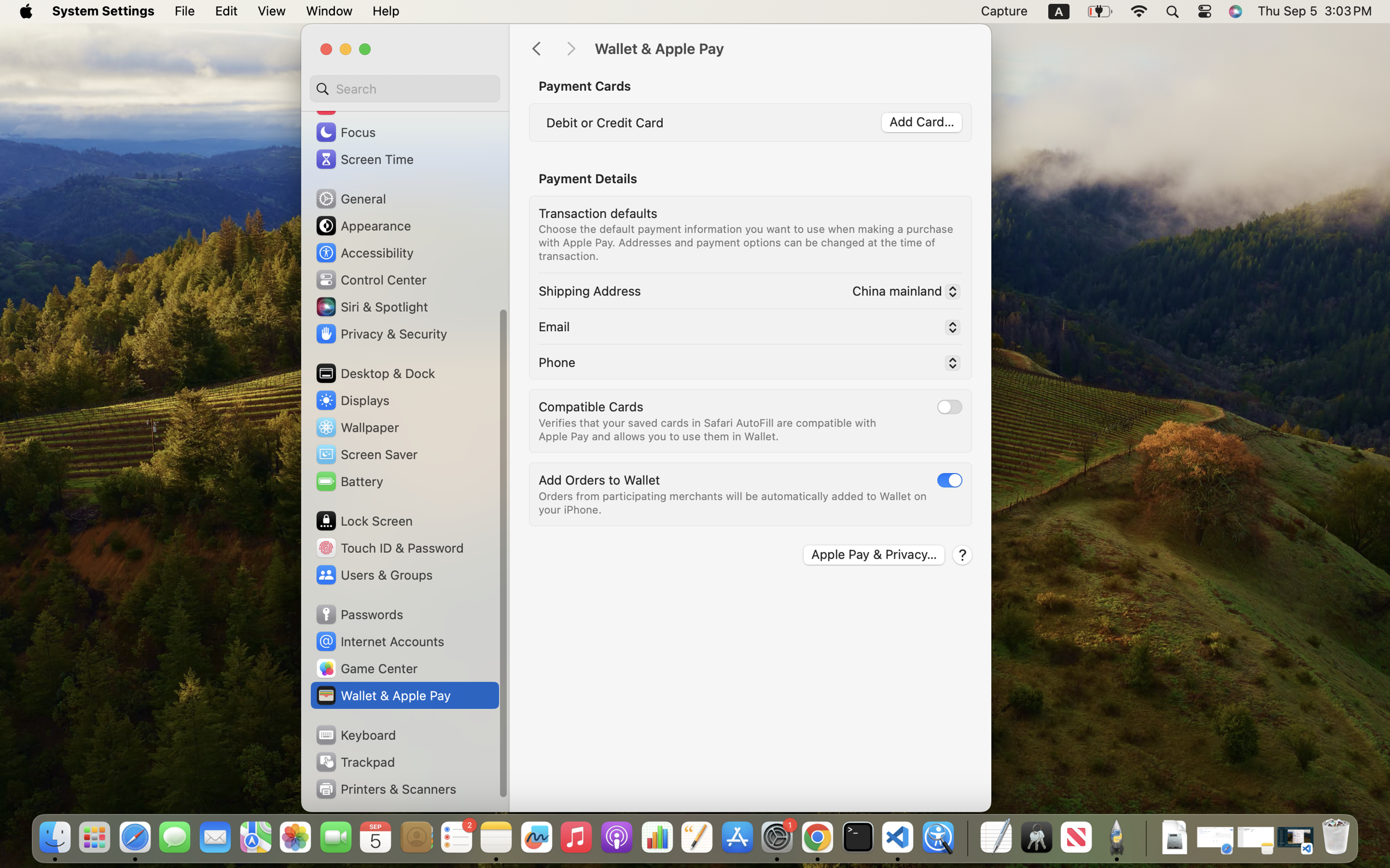  I want to click on 'Choose the default payment information you want to use when making a purchase with Apple Pay. Addresses and payment options can be changed at the time of transaction.', so click(747, 242).